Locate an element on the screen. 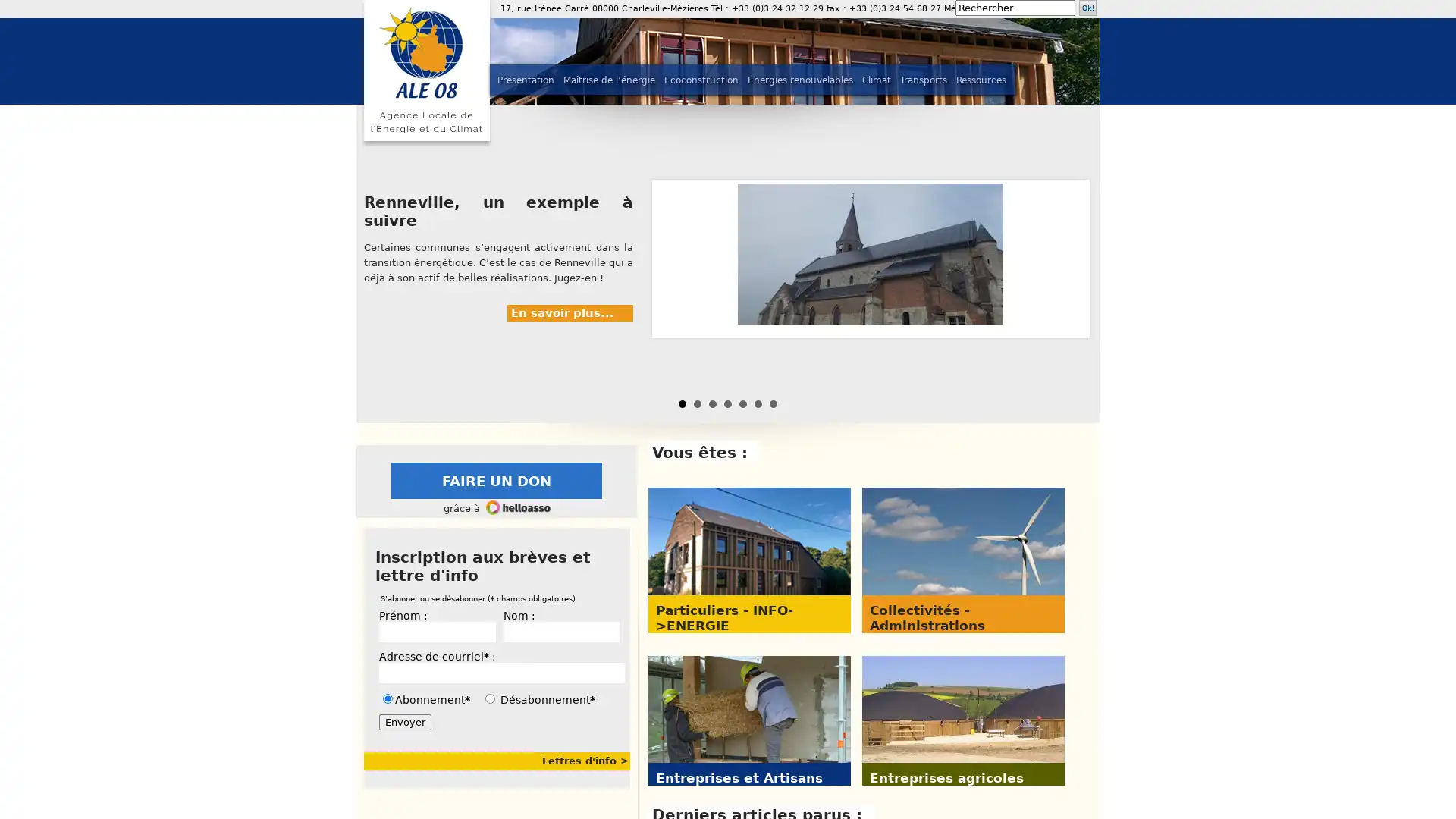  Envoyer is located at coordinates (404, 720).